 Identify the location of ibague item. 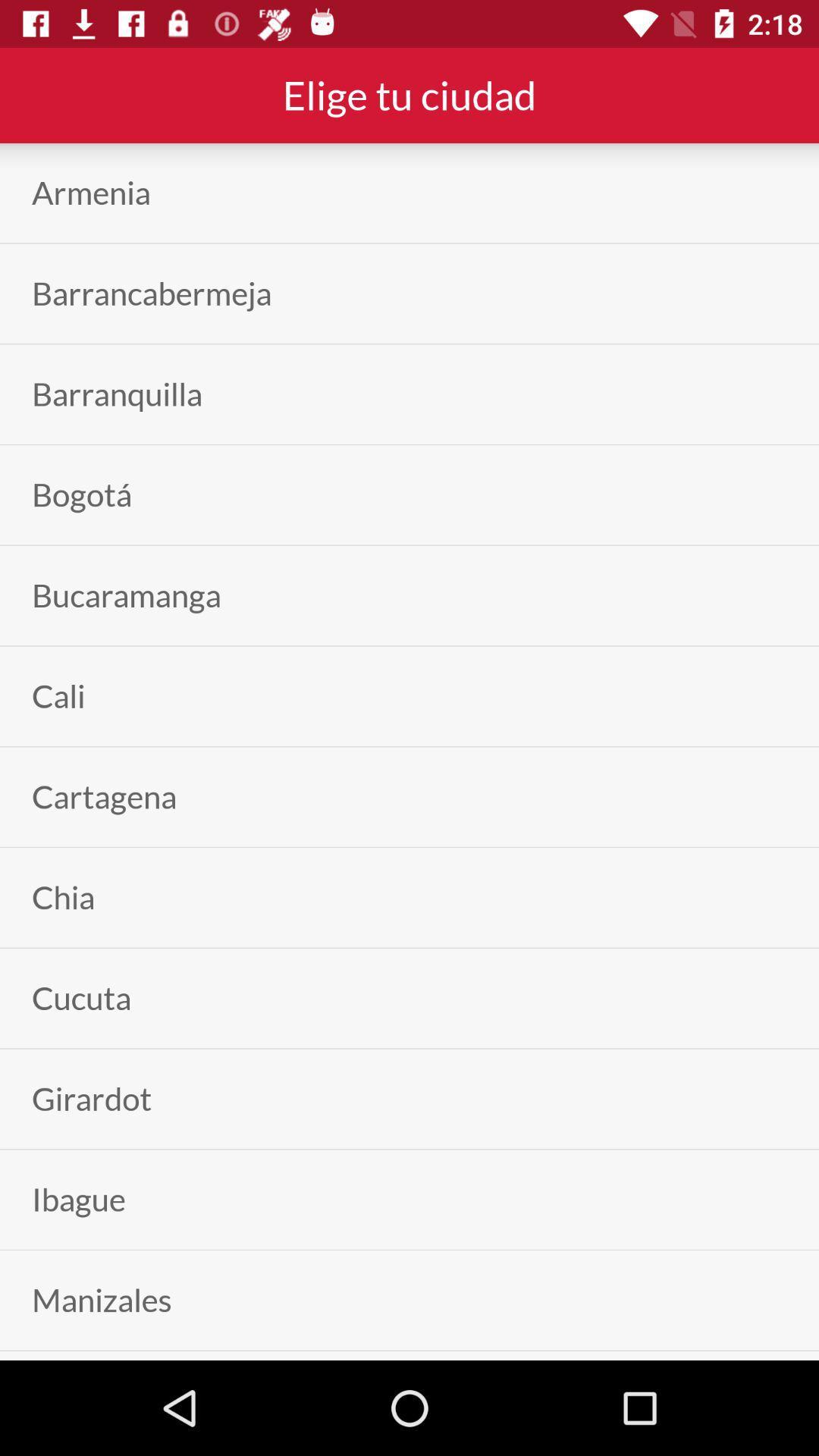
(78, 1199).